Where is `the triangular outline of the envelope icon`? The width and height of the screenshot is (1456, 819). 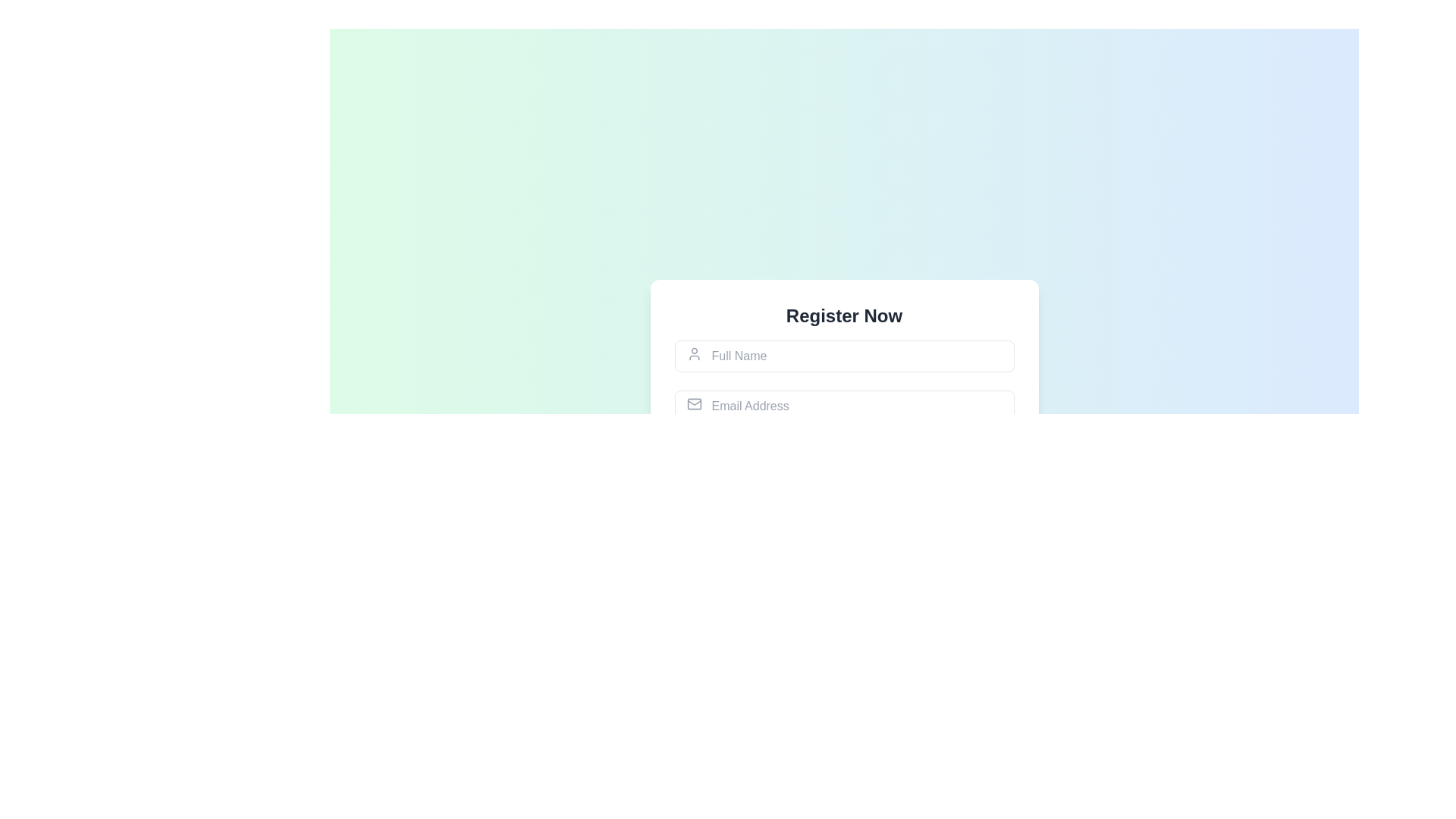 the triangular outline of the envelope icon is located at coordinates (693, 402).